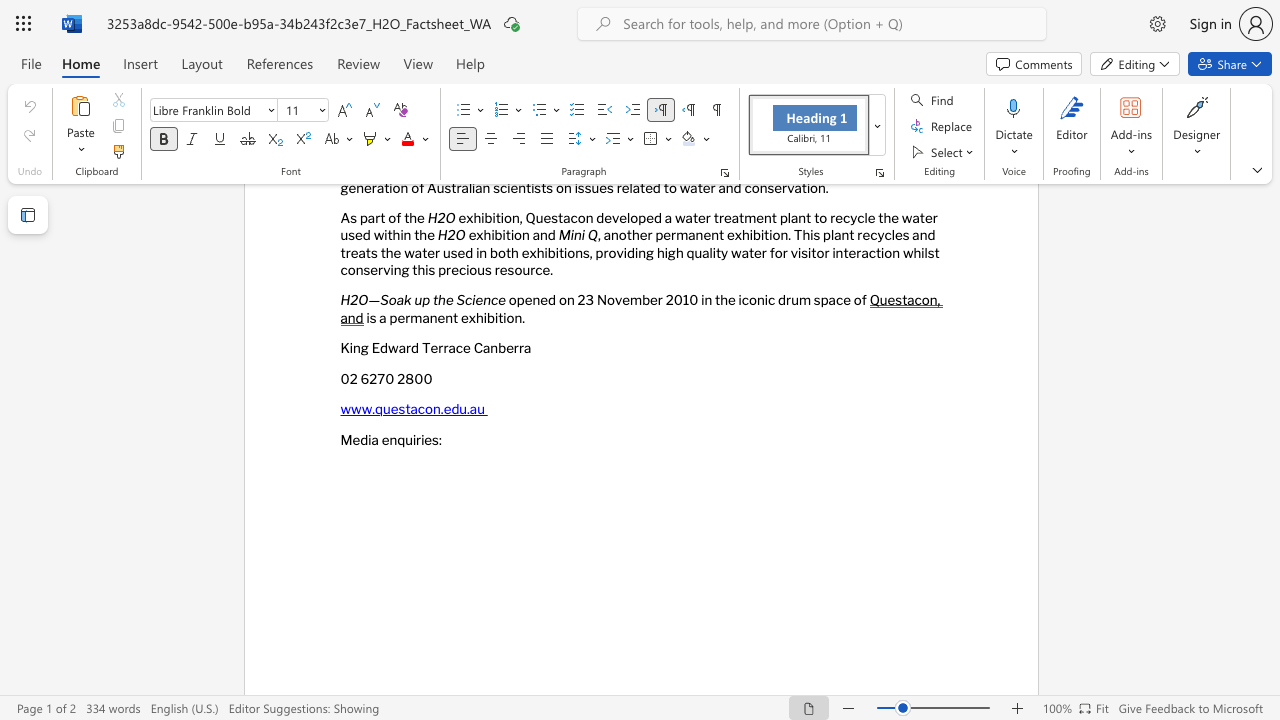 The height and width of the screenshot is (720, 1280). Describe the element at coordinates (404, 438) in the screenshot. I see `the subset text "uir" within the text "Media enquiries:"` at that location.